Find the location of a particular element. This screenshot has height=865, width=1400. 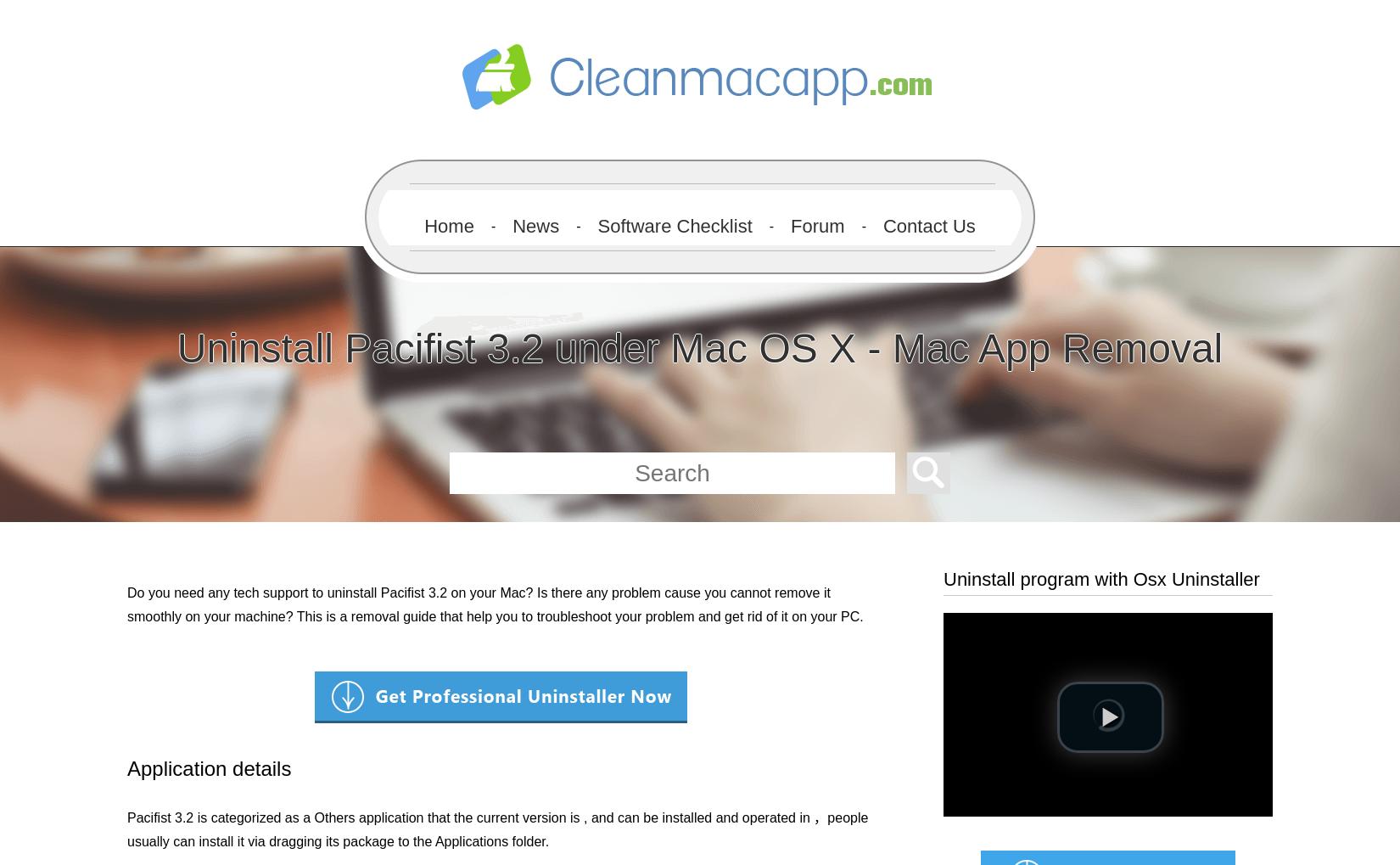

'Uninstall program with Osx Uninstaller' is located at coordinates (1100, 578).